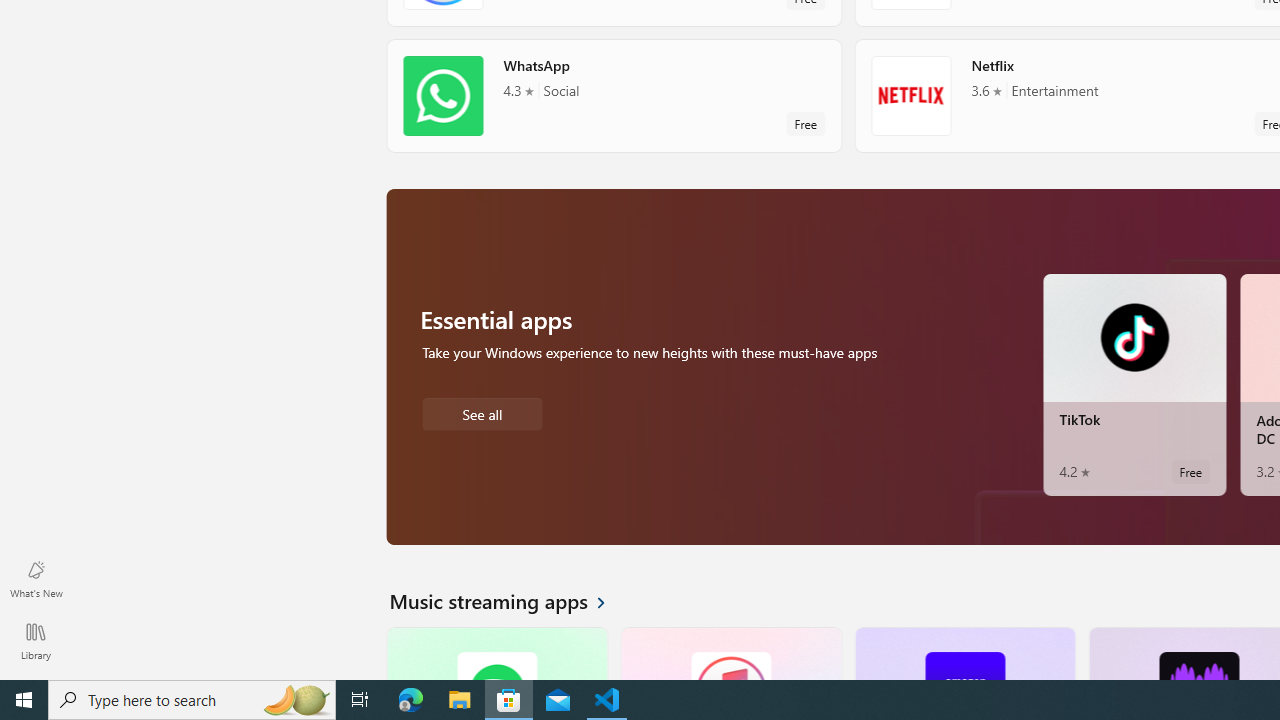 The height and width of the screenshot is (720, 1280). I want to click on 'See all  Essential apps', so click(481, 411).